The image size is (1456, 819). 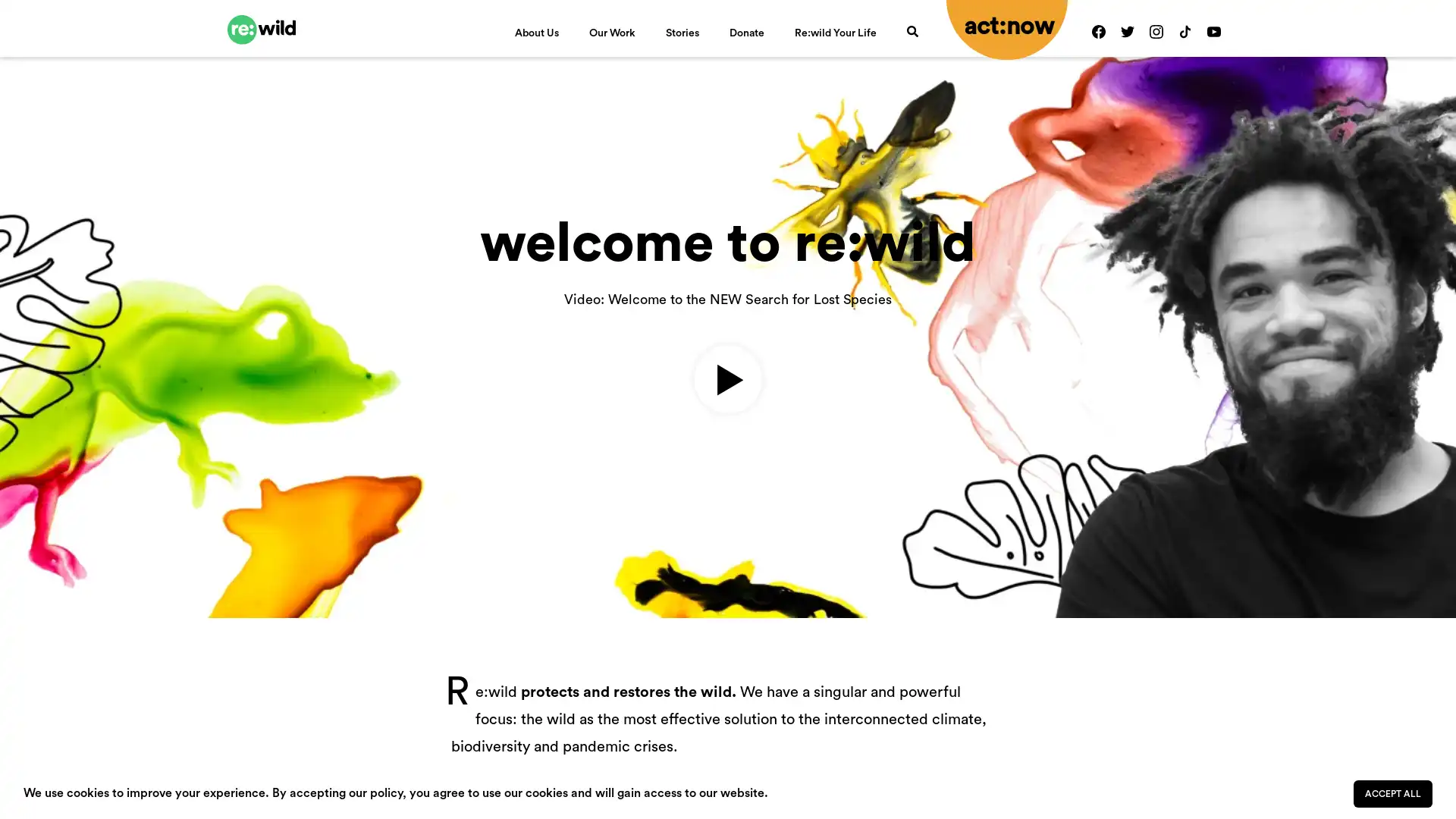 I want to click on Accept cookies, so click(x=1393, y=792).